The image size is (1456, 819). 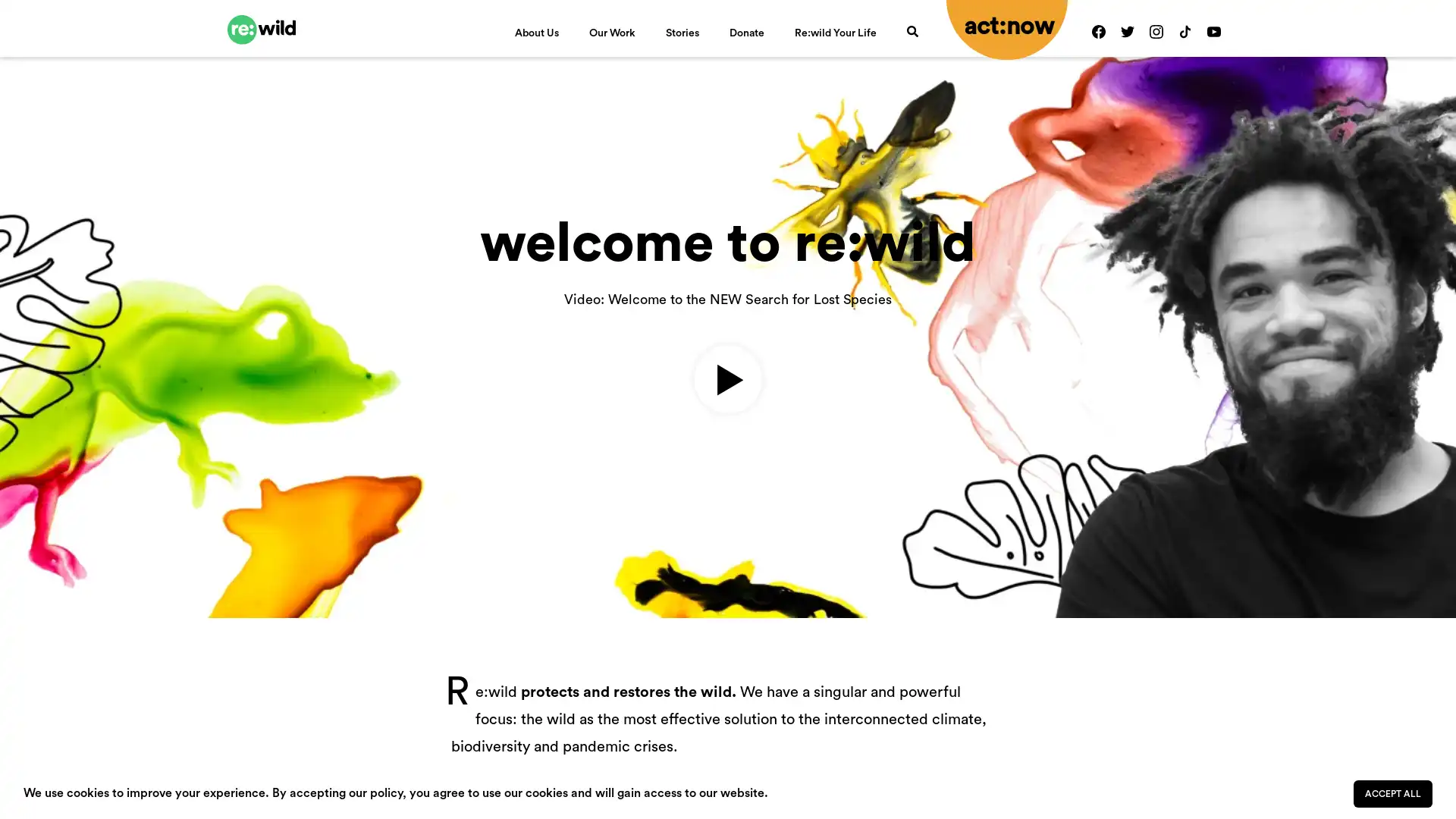 I want to click on Accept cookies, so click(x=1393, y=792).